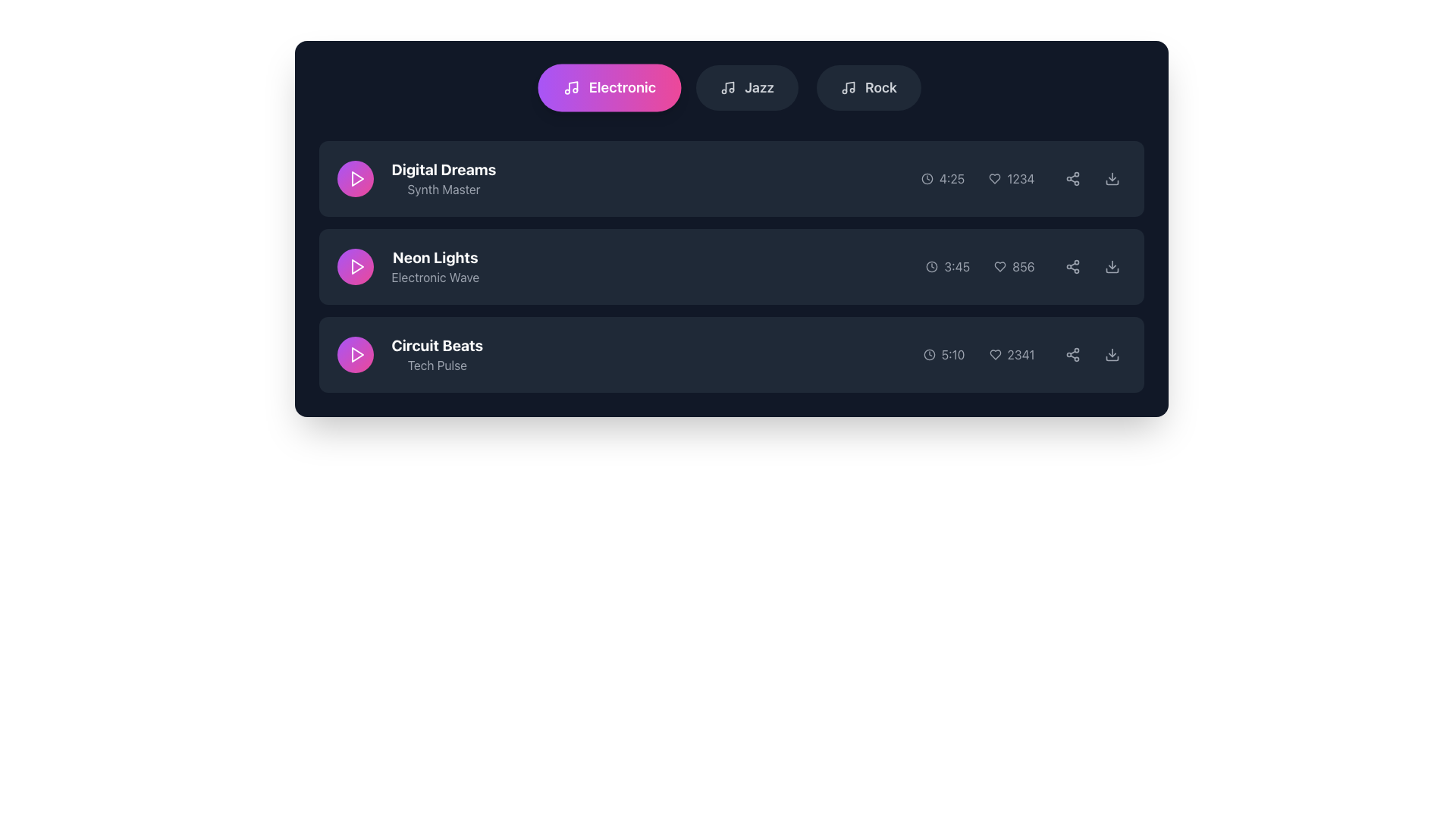 The image size is (1456, 819). I want to click on the play button located to the left of the text 'Neon Lights', so click(354, 265).